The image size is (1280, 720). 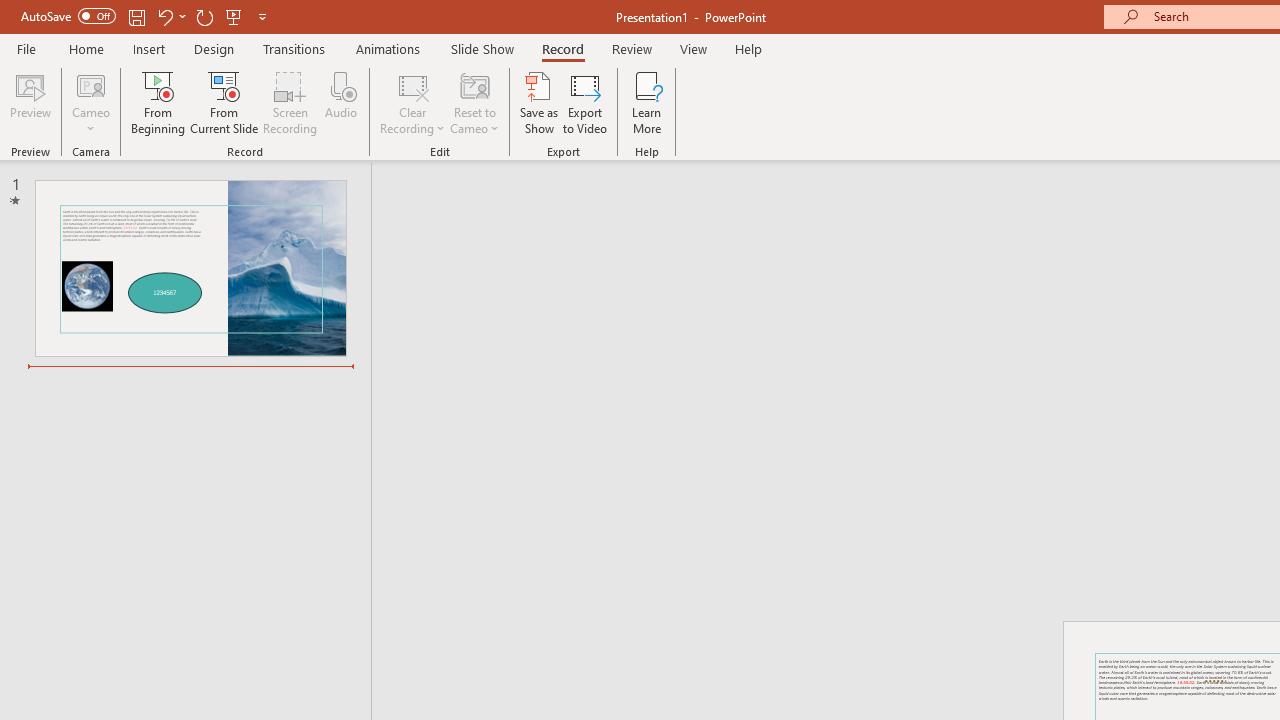 I want to click on 'Save as Show', so click(x=539, y=103).